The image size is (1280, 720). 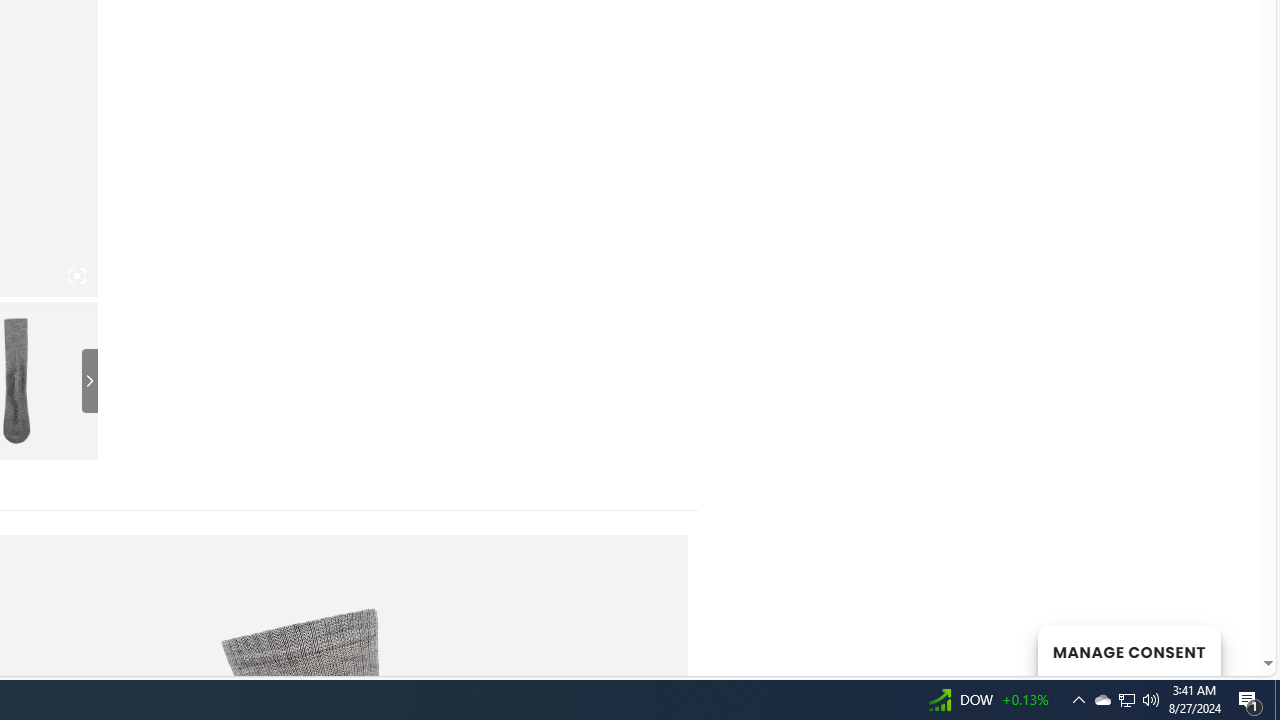 What do you see at coordinates (76, 276) in the screenshot?
I see `'Class: iconic-woothumbs-fullscreen'` at bounding box center [76, 276].